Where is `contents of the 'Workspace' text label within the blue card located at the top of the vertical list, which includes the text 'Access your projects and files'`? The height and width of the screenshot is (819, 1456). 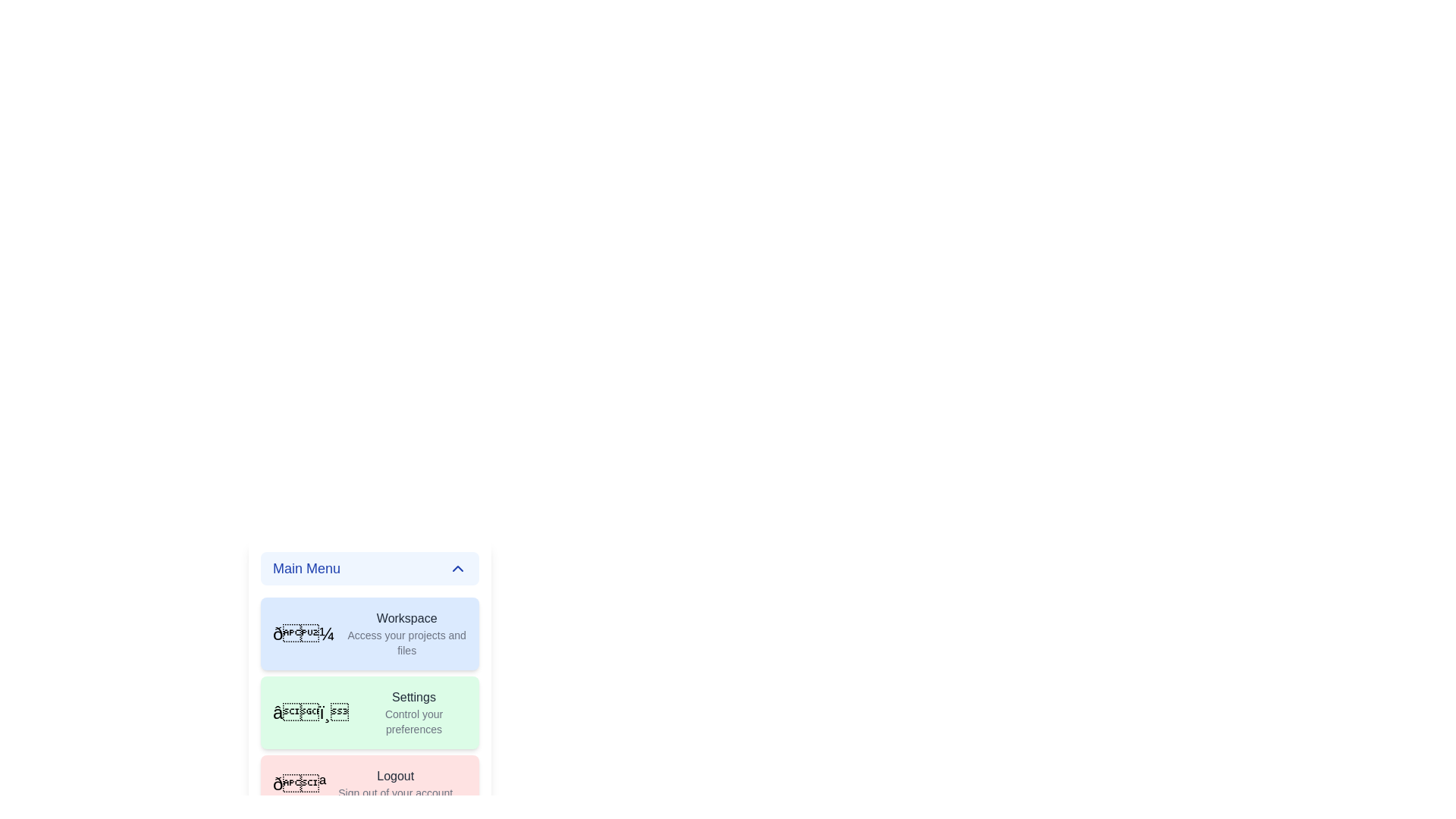
contents of the 'Workspace' text label within the blue card located at the top of the vertical list, which includes the text 'Access your projects and files' is located at coordinates (406, 634).